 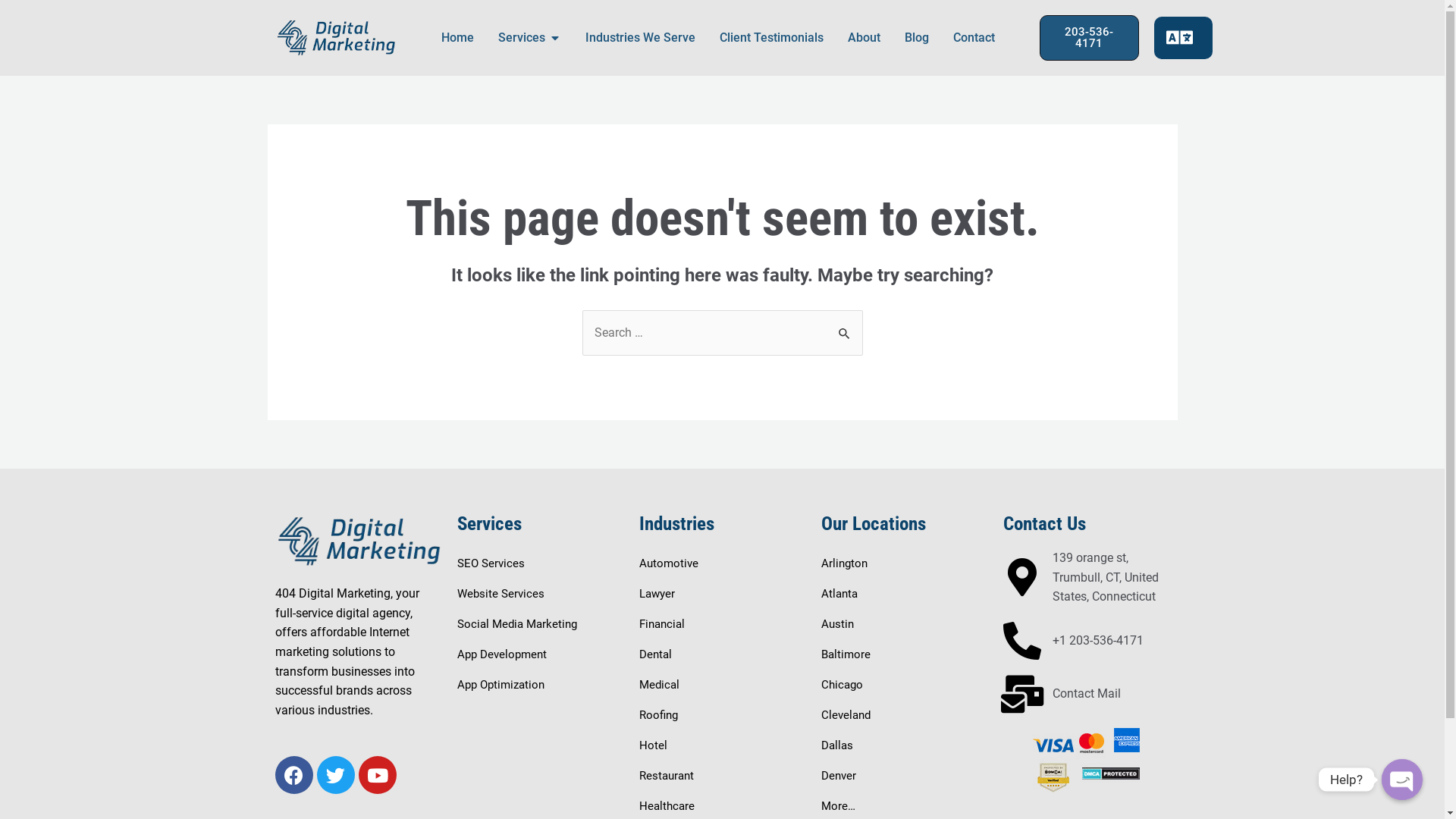 I want to click on 'Facebook', so click(x=293, y=775).